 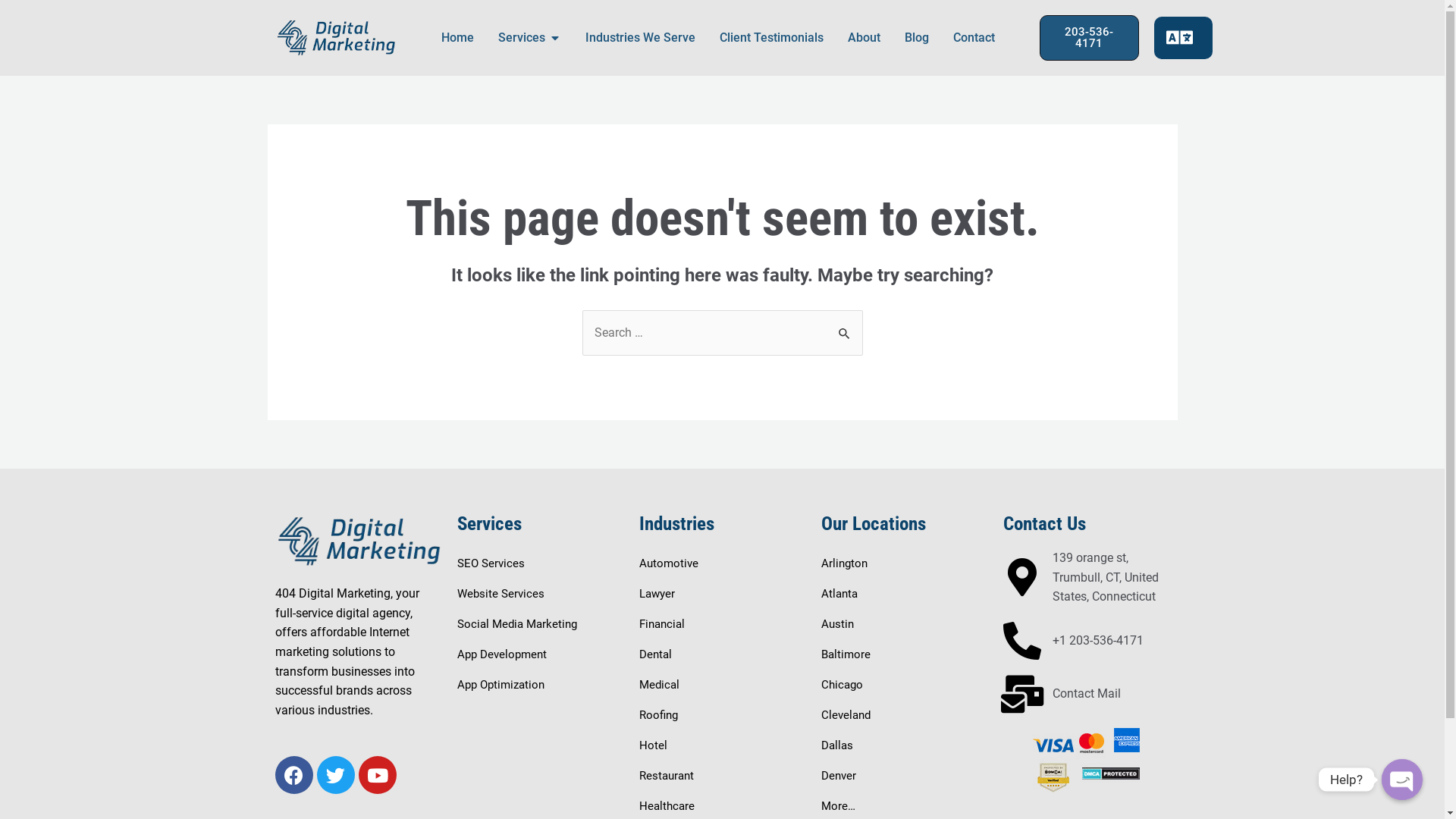 I want to click on 'Facebook', so click(x=293, y=775).